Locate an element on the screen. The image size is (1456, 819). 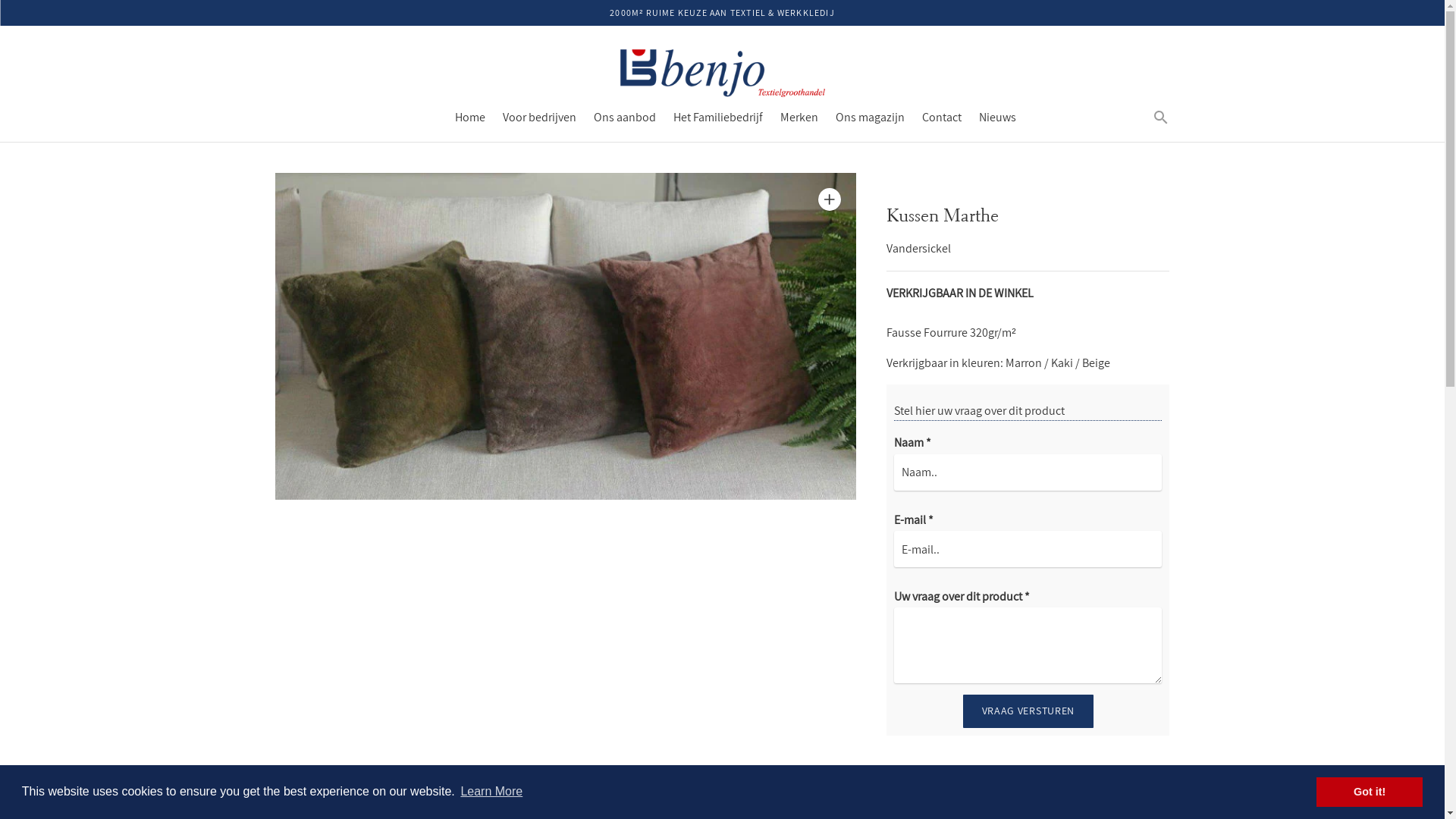
'Home' is located at coordinates (469, 116).